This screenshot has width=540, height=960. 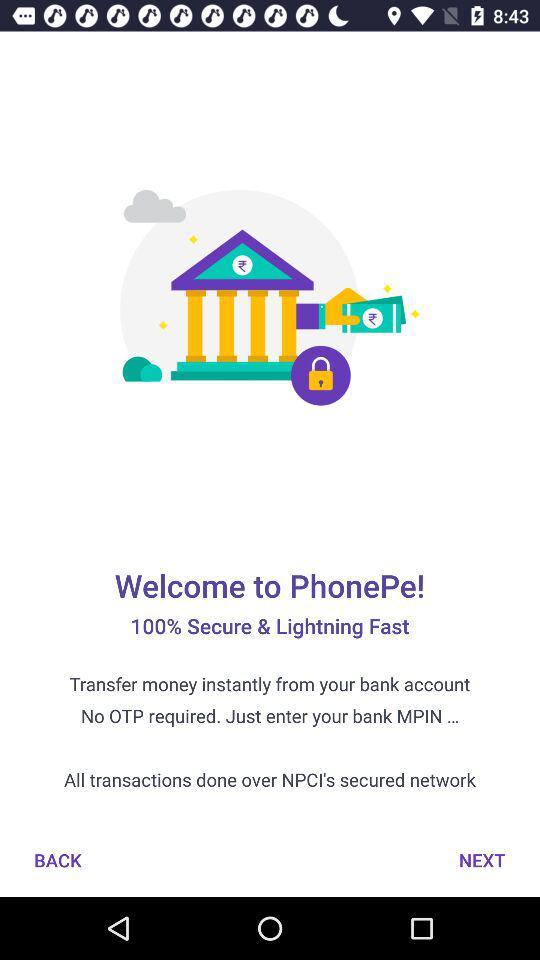 What do you see at coordinates (57, 859) in the screenshot?
I see `item below the transfer money instantly icon` at bounding box center [57, 859].